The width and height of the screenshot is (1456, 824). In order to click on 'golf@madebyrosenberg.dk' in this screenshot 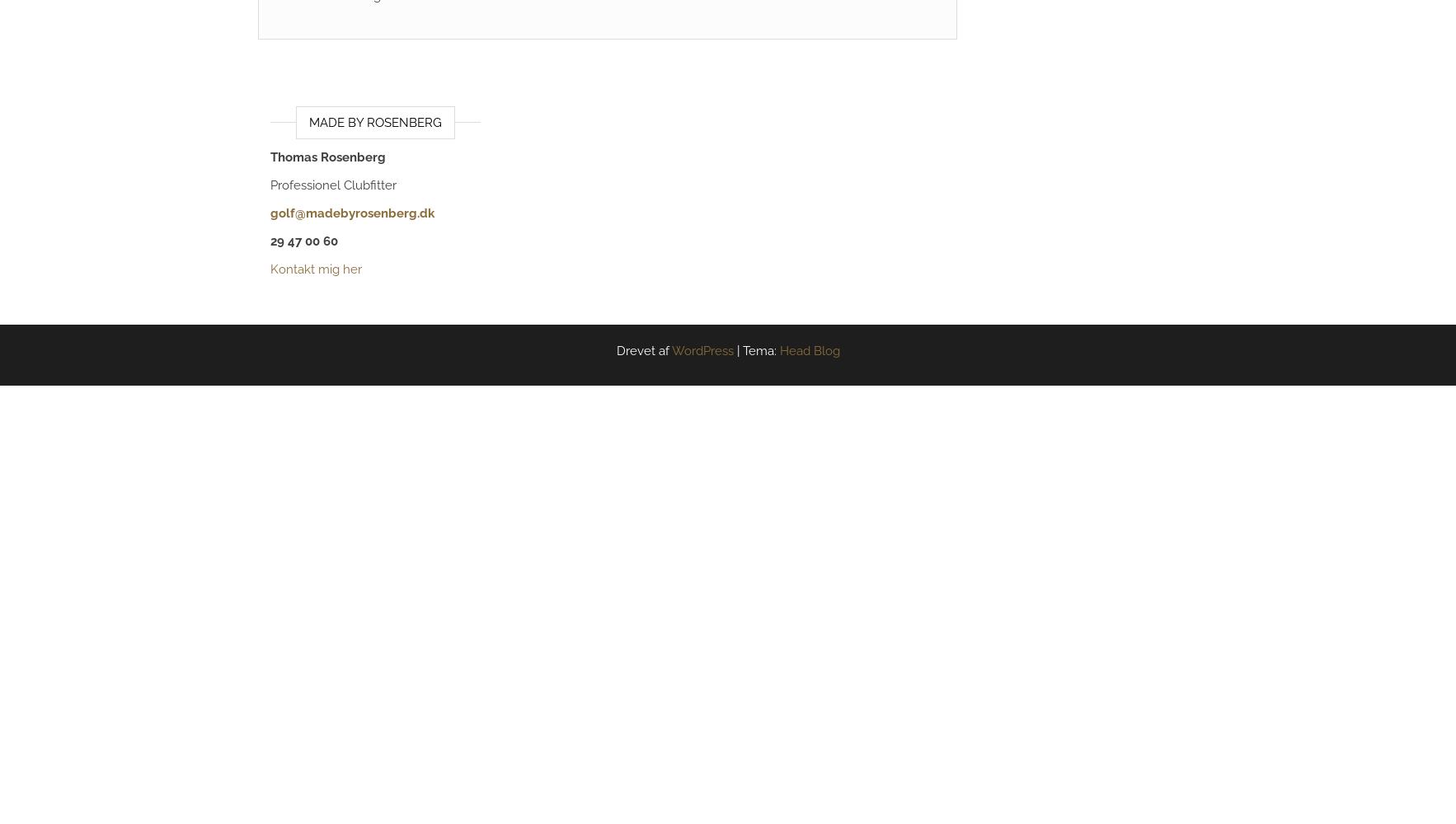, I will do `click(269, 213)`.